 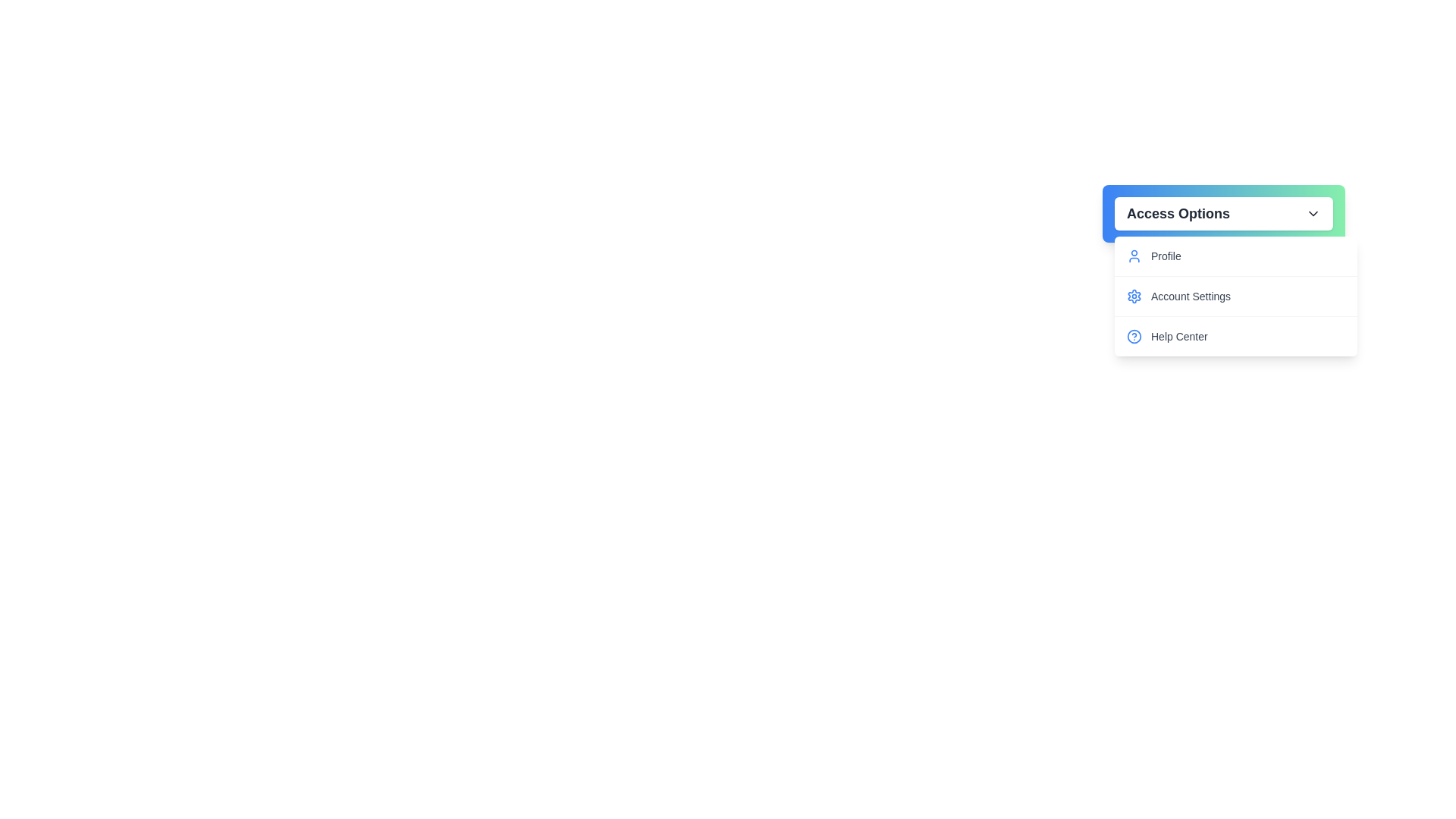 I want to click on the 'Help Center' text label in the dropdown menu titled 'Access Options', so click(x=1178, y=335).